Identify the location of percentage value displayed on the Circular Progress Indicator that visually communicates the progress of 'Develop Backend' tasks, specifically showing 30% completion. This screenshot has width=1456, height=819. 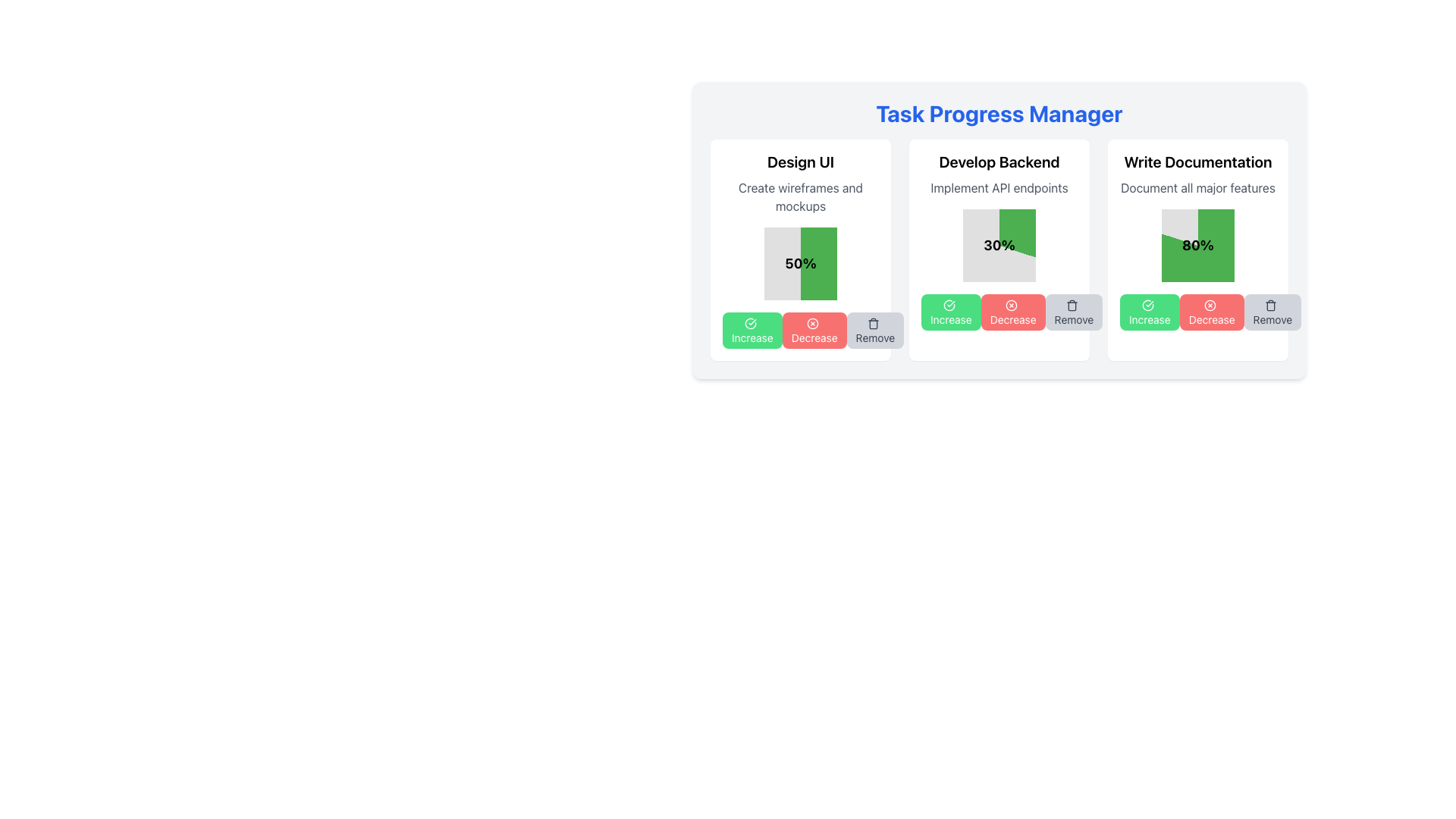
(999, 249).